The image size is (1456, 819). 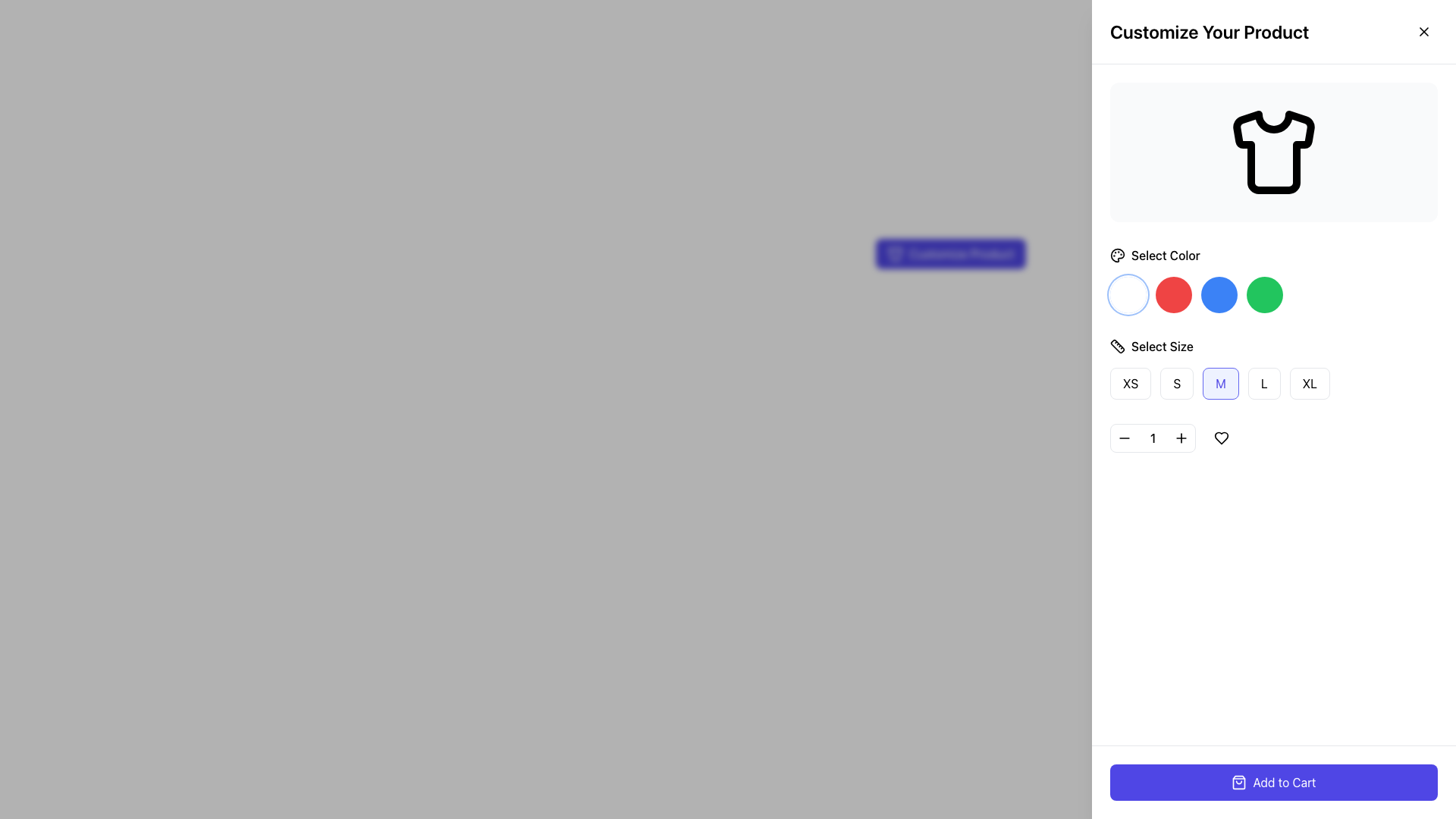 I want to click on the small button with a black plus icon and activate it by pressing Enter, so click(x=1181, y=438).